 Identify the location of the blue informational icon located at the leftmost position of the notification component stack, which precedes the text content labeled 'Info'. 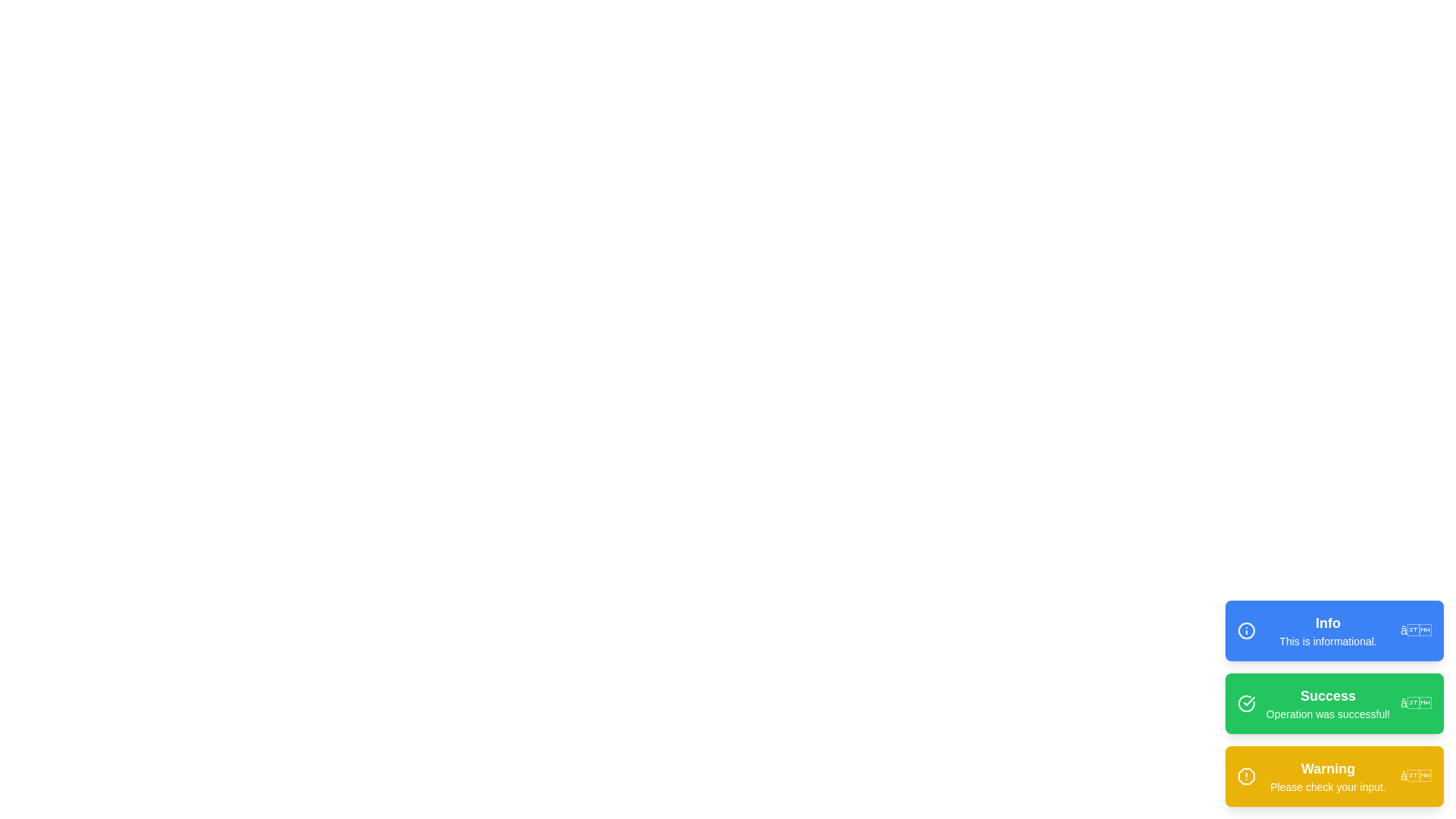
(1246, 631).